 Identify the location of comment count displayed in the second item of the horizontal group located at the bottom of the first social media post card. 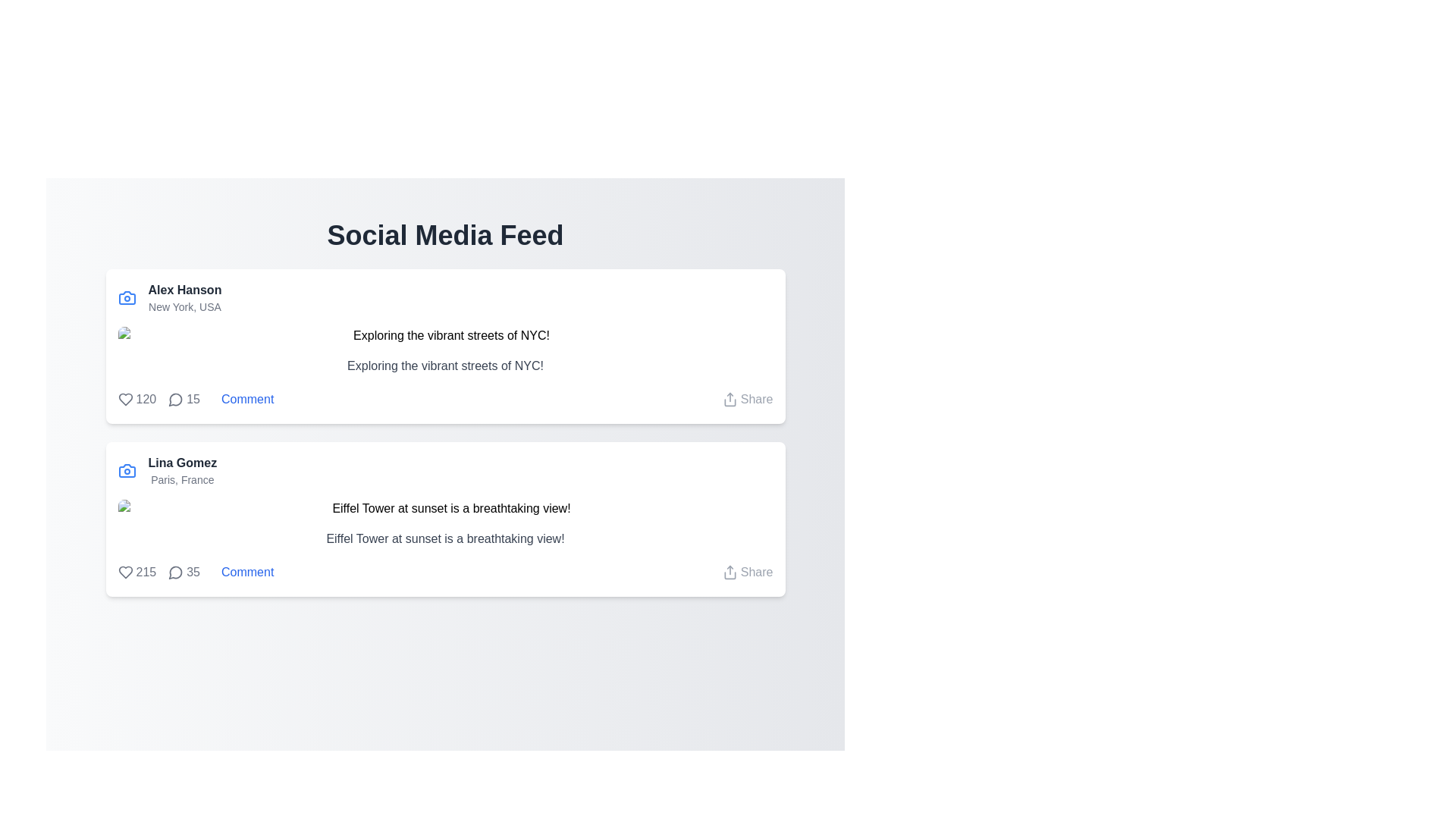
(184, 399).